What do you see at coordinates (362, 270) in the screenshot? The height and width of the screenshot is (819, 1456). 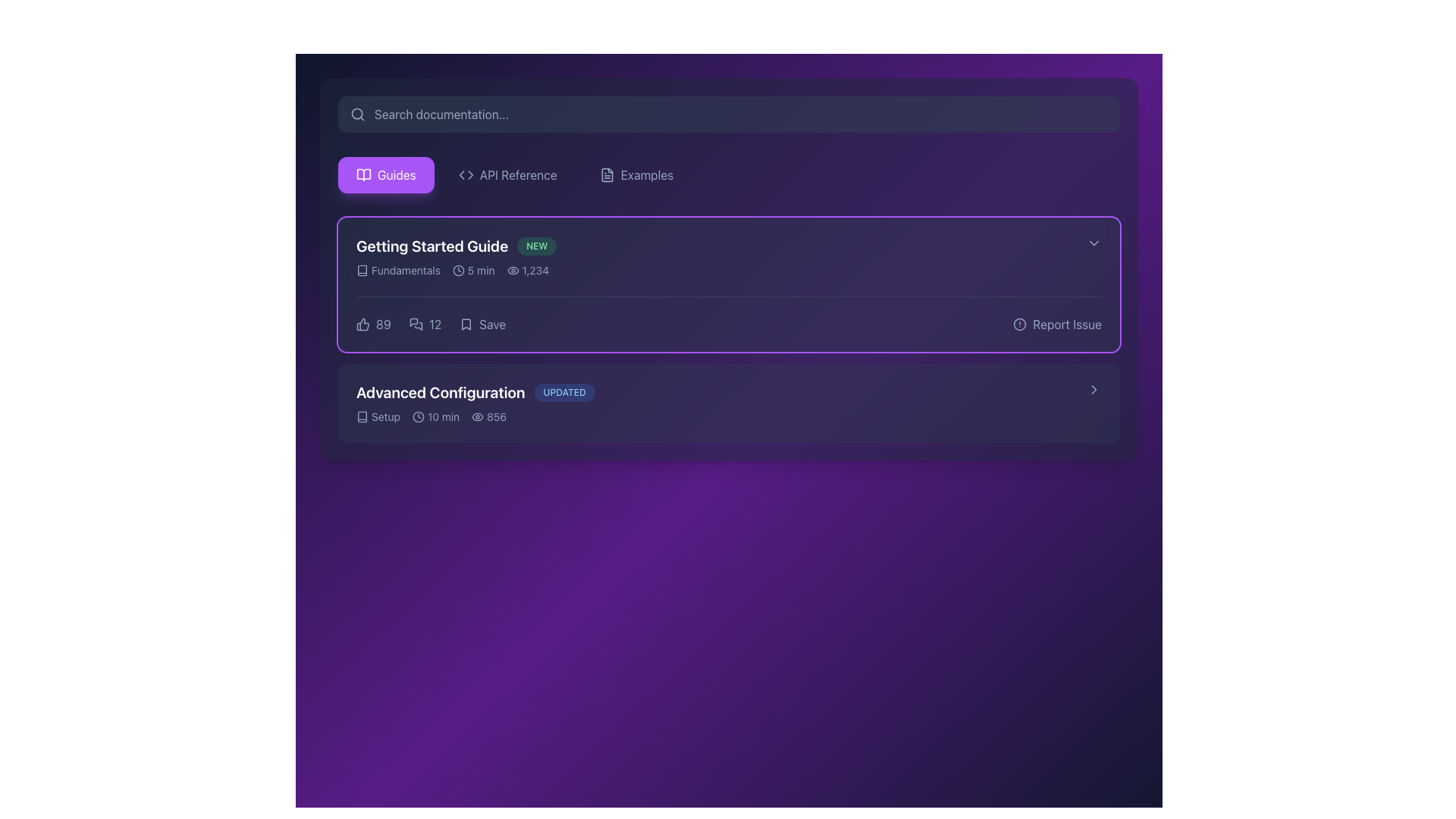 I see `the outlined book icon which is part of a lightweight vector representation located in the upper portion of the interface, adjacent to the highlighted 'Guides' section button` at bounding box center [362, 270].